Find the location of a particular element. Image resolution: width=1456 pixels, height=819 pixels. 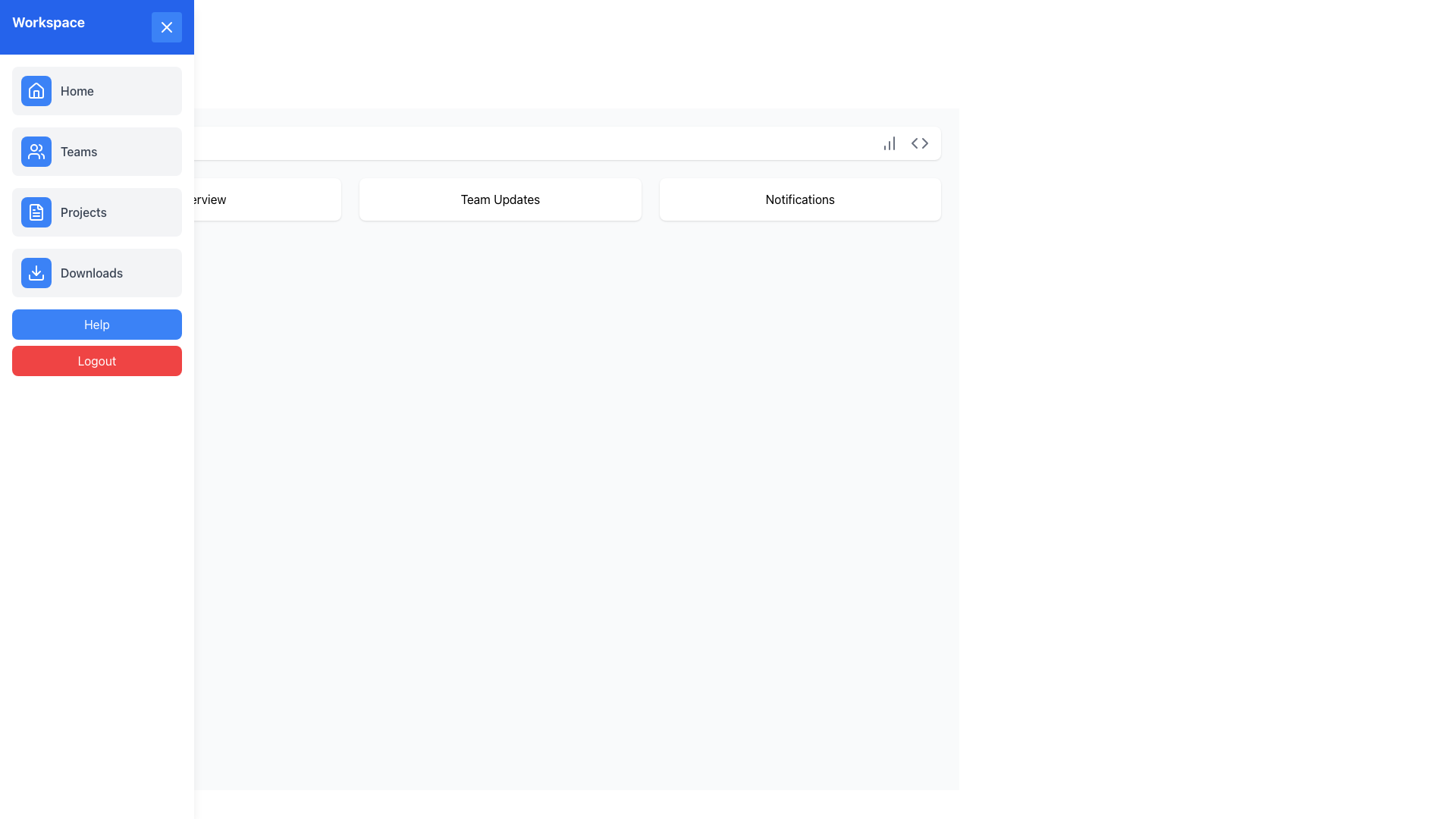

the right arrow icon located at the top-right corner of the interface, which is part of a pair of directional navigation icons is located at coordinates (924, 143).